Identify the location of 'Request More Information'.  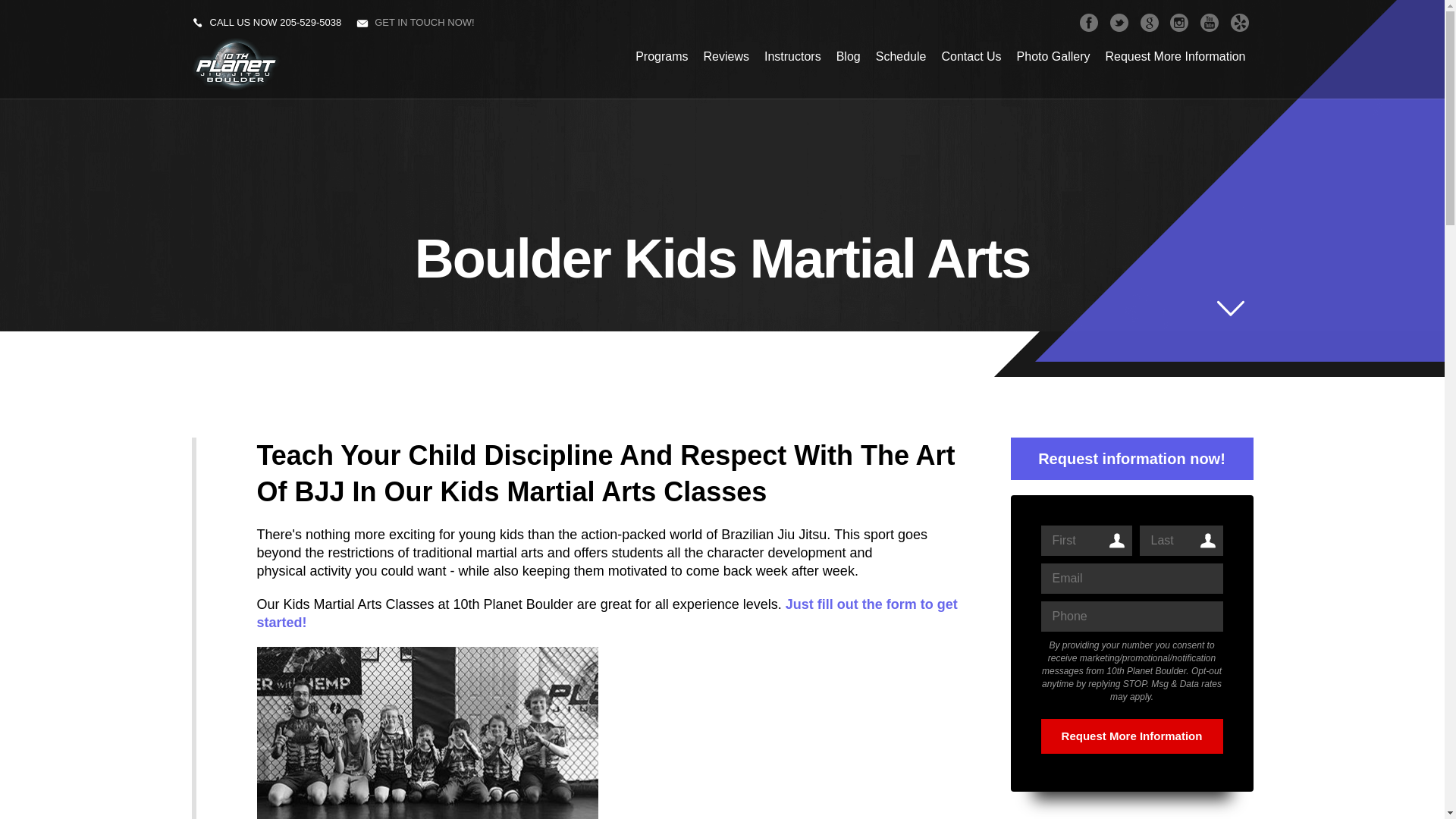
(1175, 55).